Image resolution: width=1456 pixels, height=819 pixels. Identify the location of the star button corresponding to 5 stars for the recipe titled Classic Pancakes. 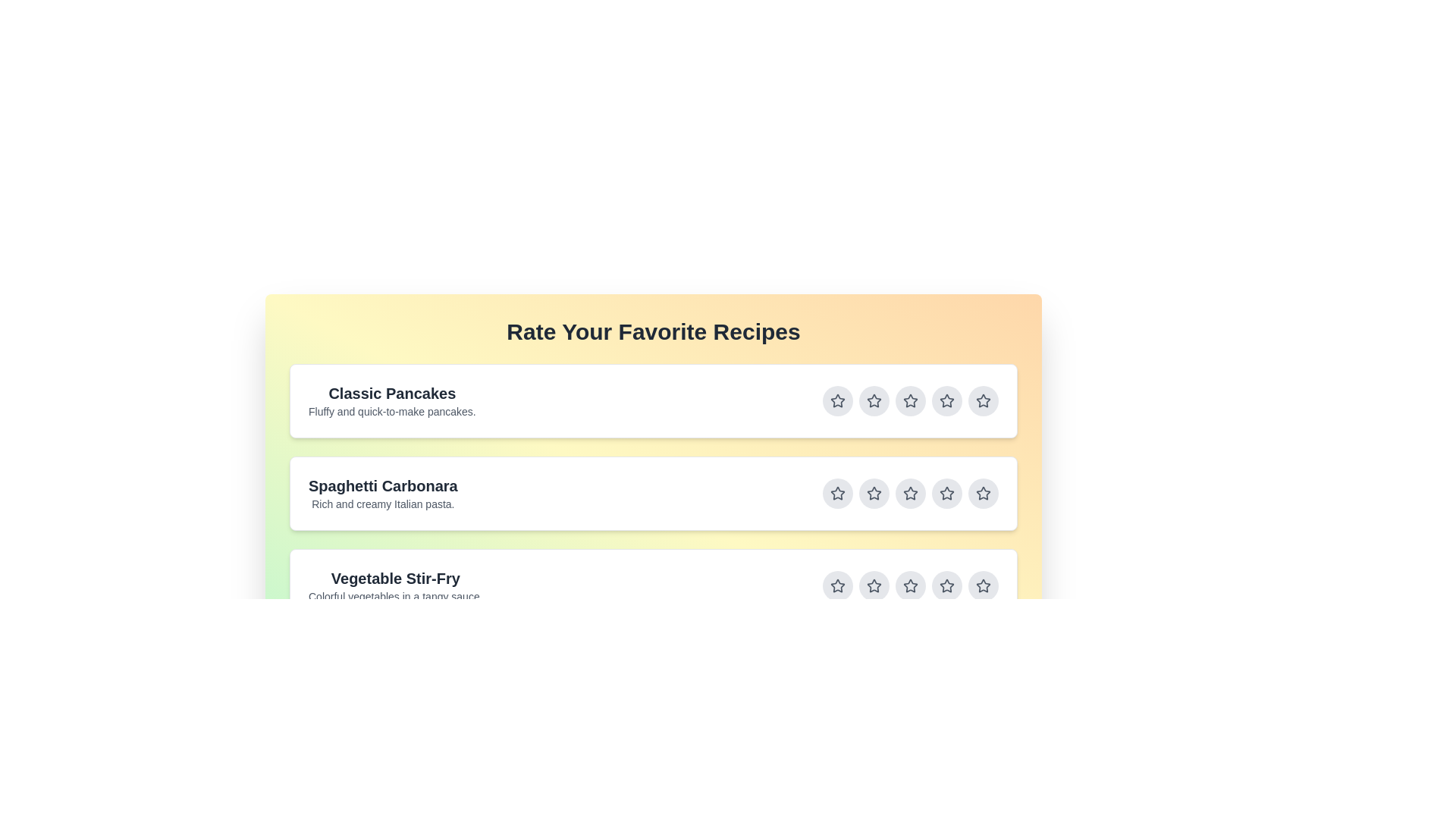
(983, 400).